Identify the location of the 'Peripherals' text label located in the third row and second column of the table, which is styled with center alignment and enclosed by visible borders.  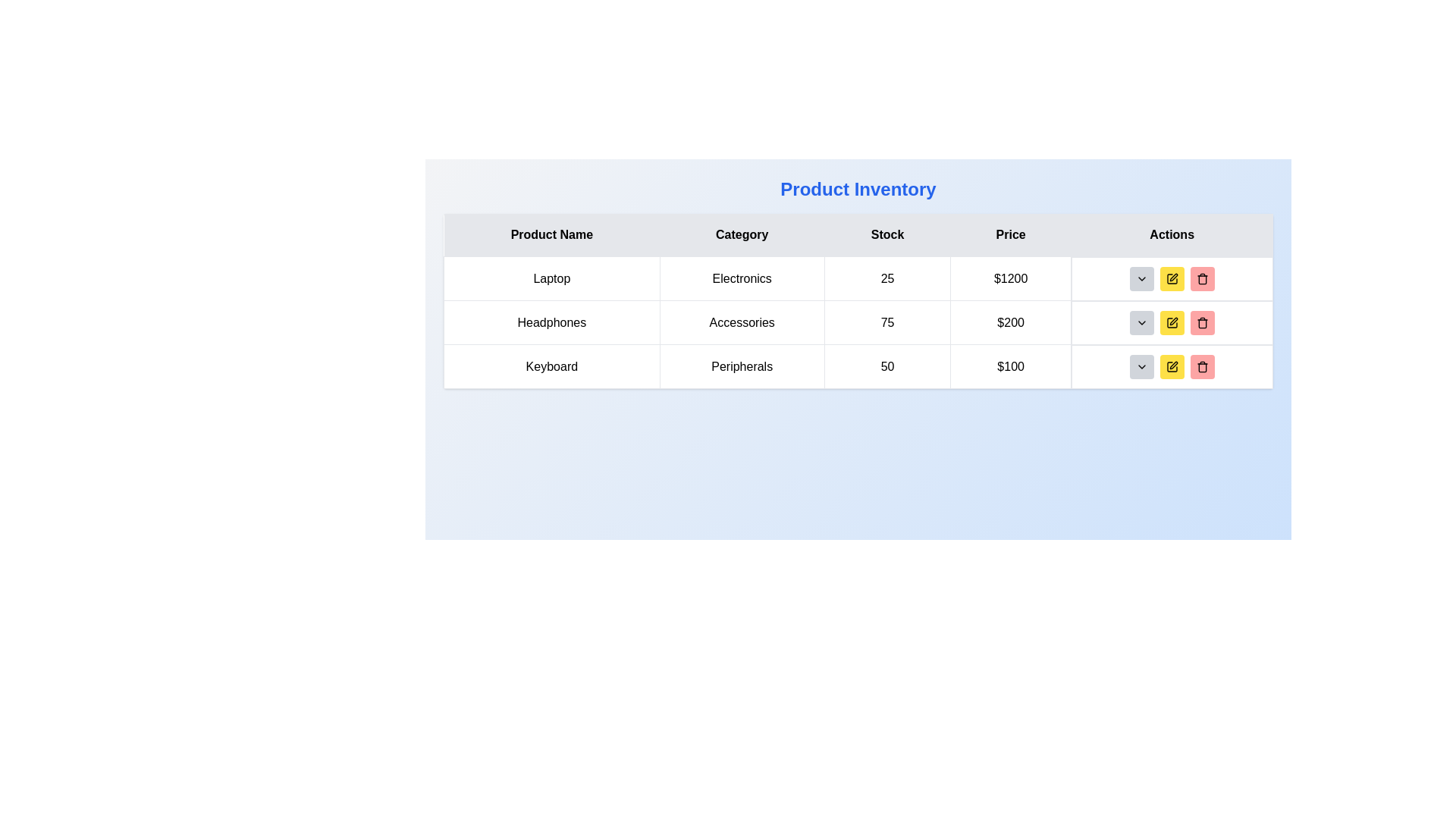
(742, 366).